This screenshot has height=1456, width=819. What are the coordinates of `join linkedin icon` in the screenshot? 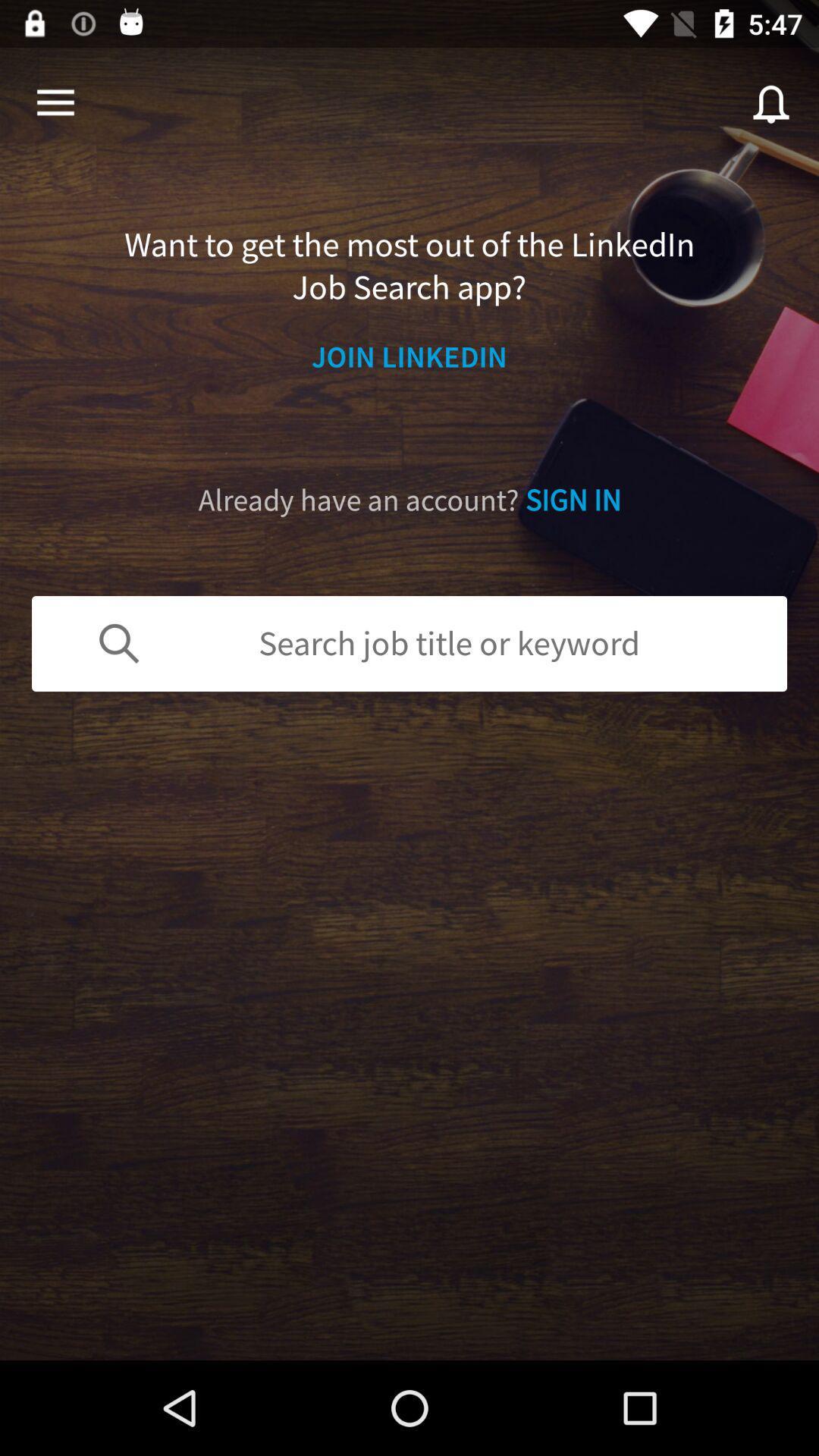 It's located at (409, 356).